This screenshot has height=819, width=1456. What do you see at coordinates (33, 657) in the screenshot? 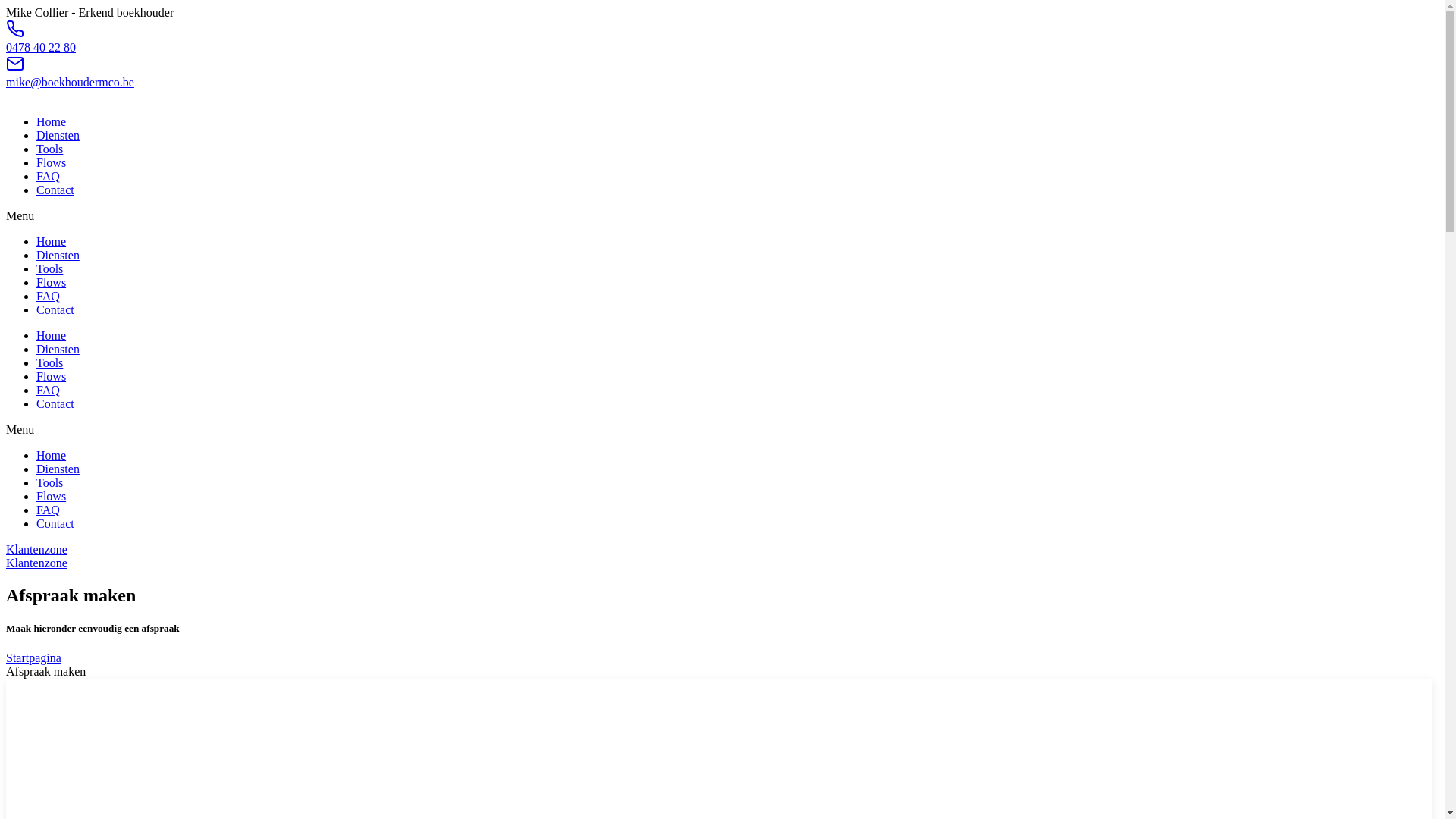
I see `'Startpagina'` at bounding box center [33, 657].